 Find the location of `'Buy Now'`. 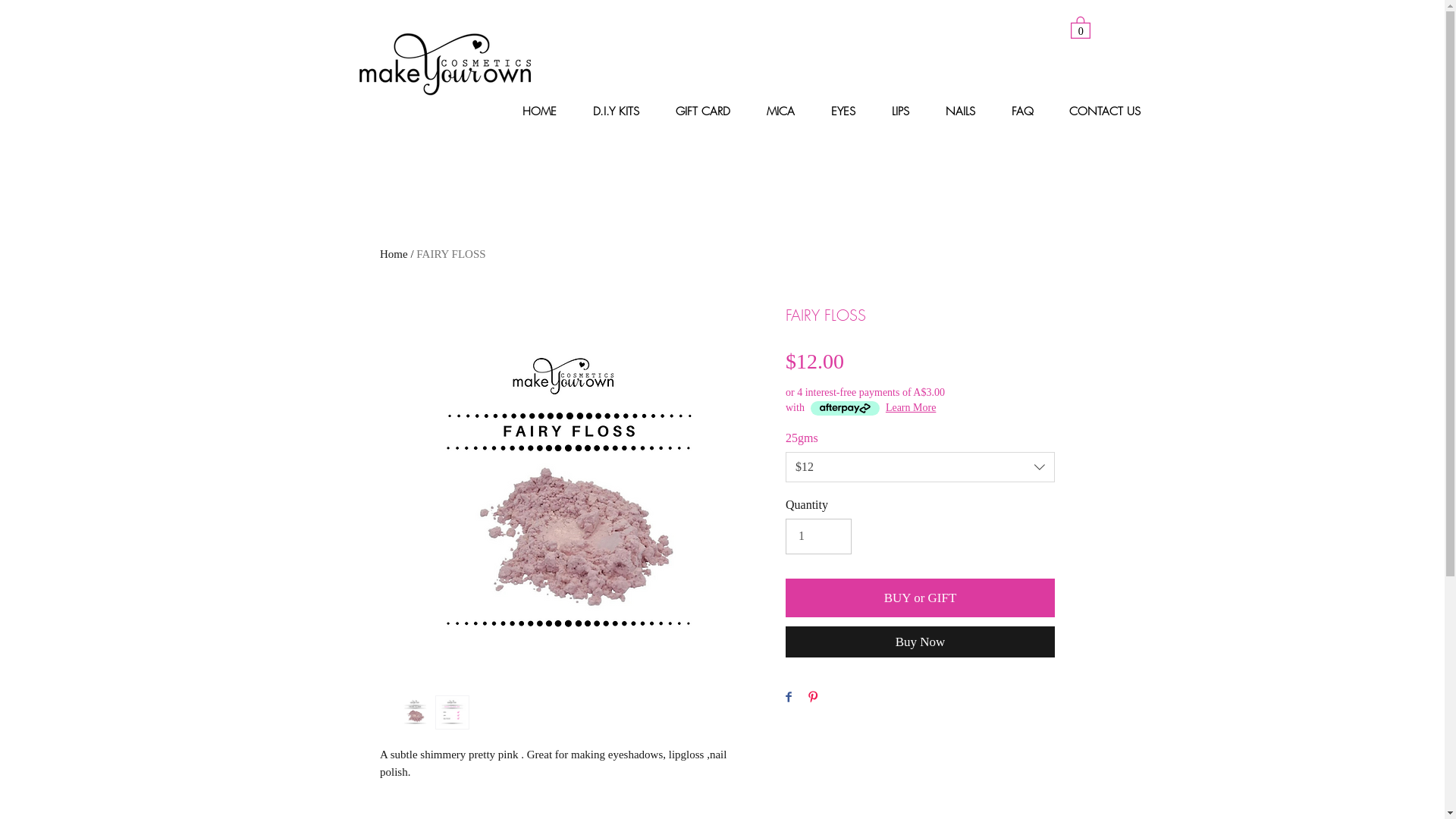

'Buy Now' is located at coordinates (919, 642).